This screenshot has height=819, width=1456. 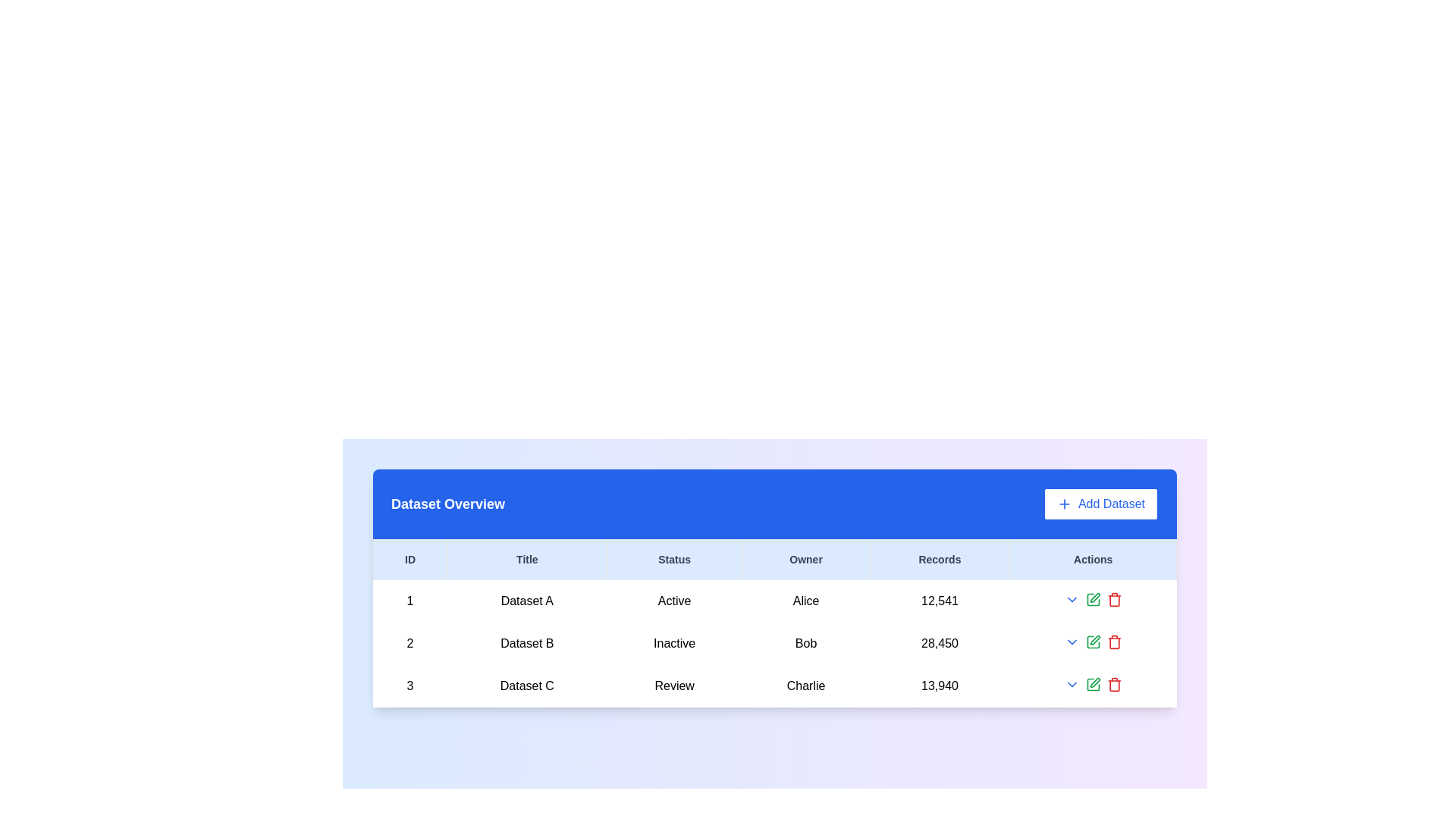 What do you see at coordinates (1093, 559) in the screenshot?
I see `the 'Actions' label, which is a horizontal bar with a light blue background and dark, bold text, located in the top right section of the header bar` at bounding box center [1093, 559].